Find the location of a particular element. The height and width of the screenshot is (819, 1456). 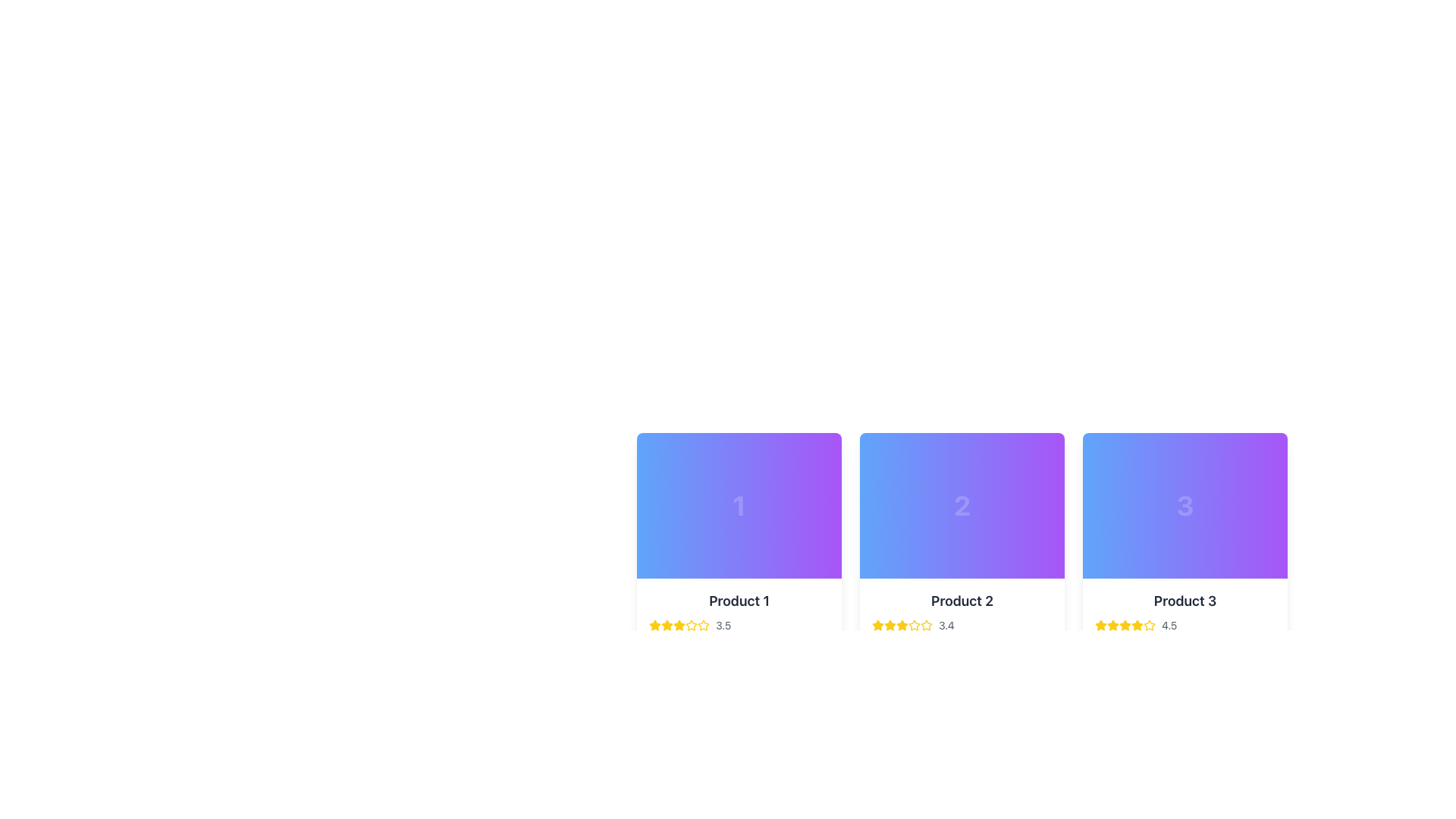

the third star icon in the group of five stars representing a 3.5-star rating beneath the 'Product 1' card is located at coordinates (679, 626).